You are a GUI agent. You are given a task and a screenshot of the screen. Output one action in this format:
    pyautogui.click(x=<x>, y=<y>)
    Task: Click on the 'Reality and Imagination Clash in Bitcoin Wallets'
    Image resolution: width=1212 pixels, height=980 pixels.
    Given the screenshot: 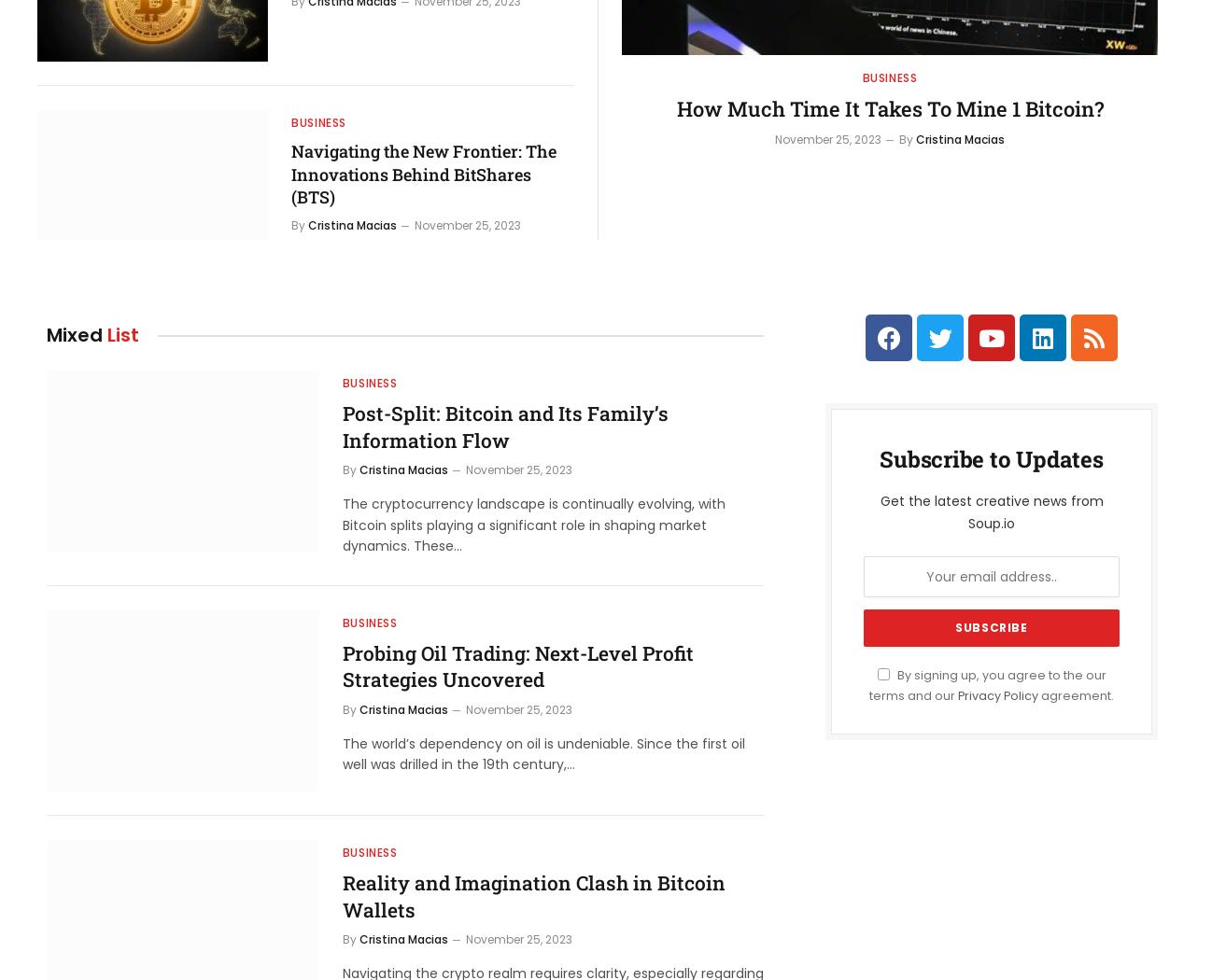 What is the action you would take?
    pyautogui.click(x=531, y=895)
    